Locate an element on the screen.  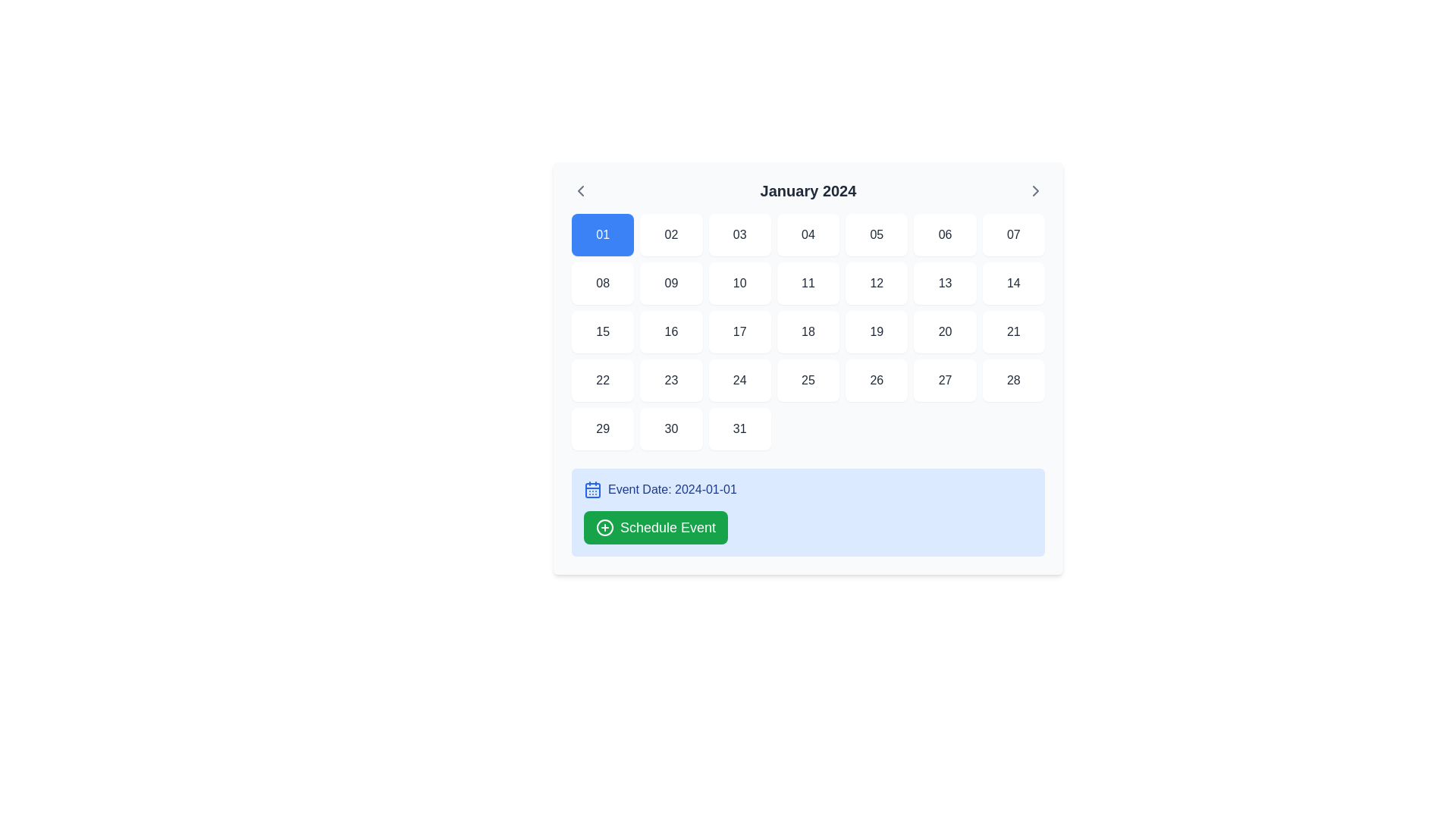
the right-pointing gray arrow icon, which is styled with the text-gray-500 class is located at coordinates (1034, 190).